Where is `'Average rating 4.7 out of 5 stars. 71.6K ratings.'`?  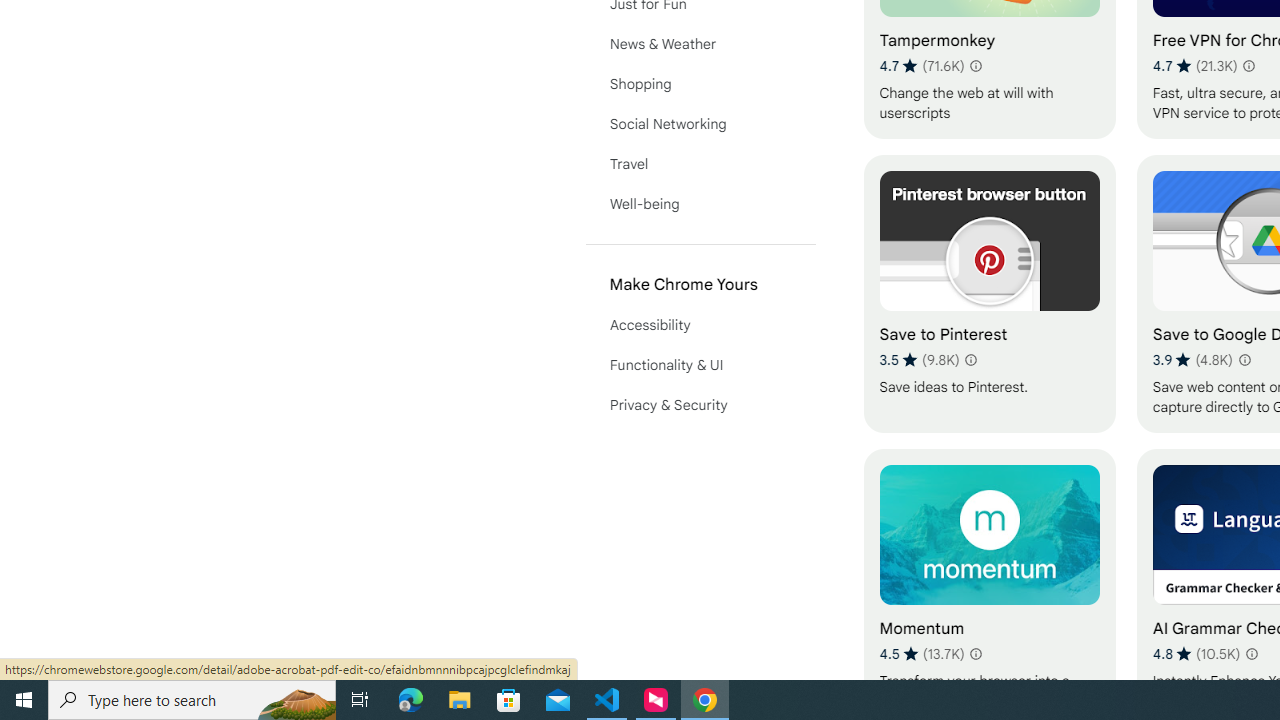
'Average rating 4.7 out of 5 stars. 71.6K ratings.' is located at coordinates (921, 65).